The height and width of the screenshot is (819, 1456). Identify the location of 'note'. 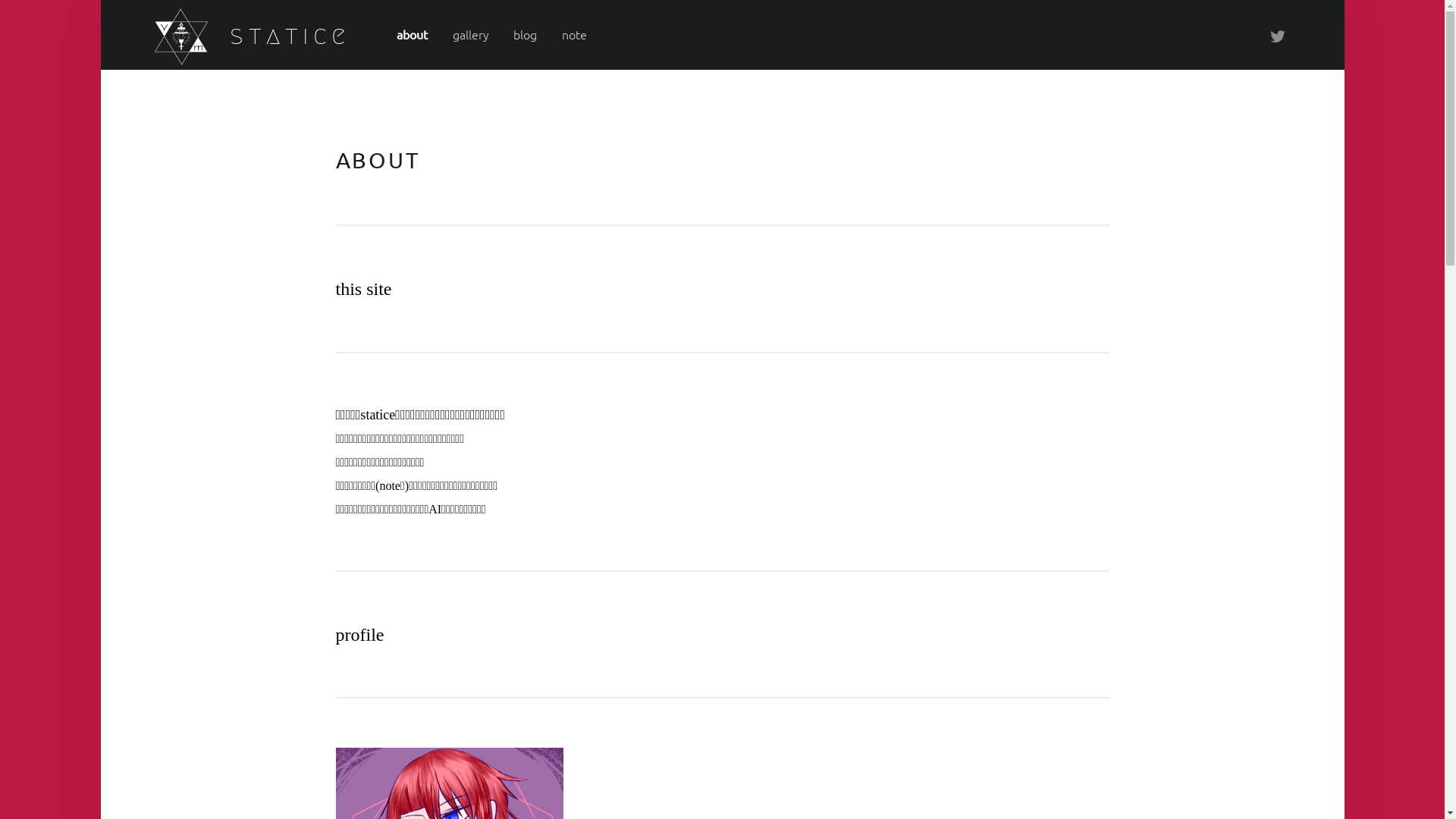
(573, 34).